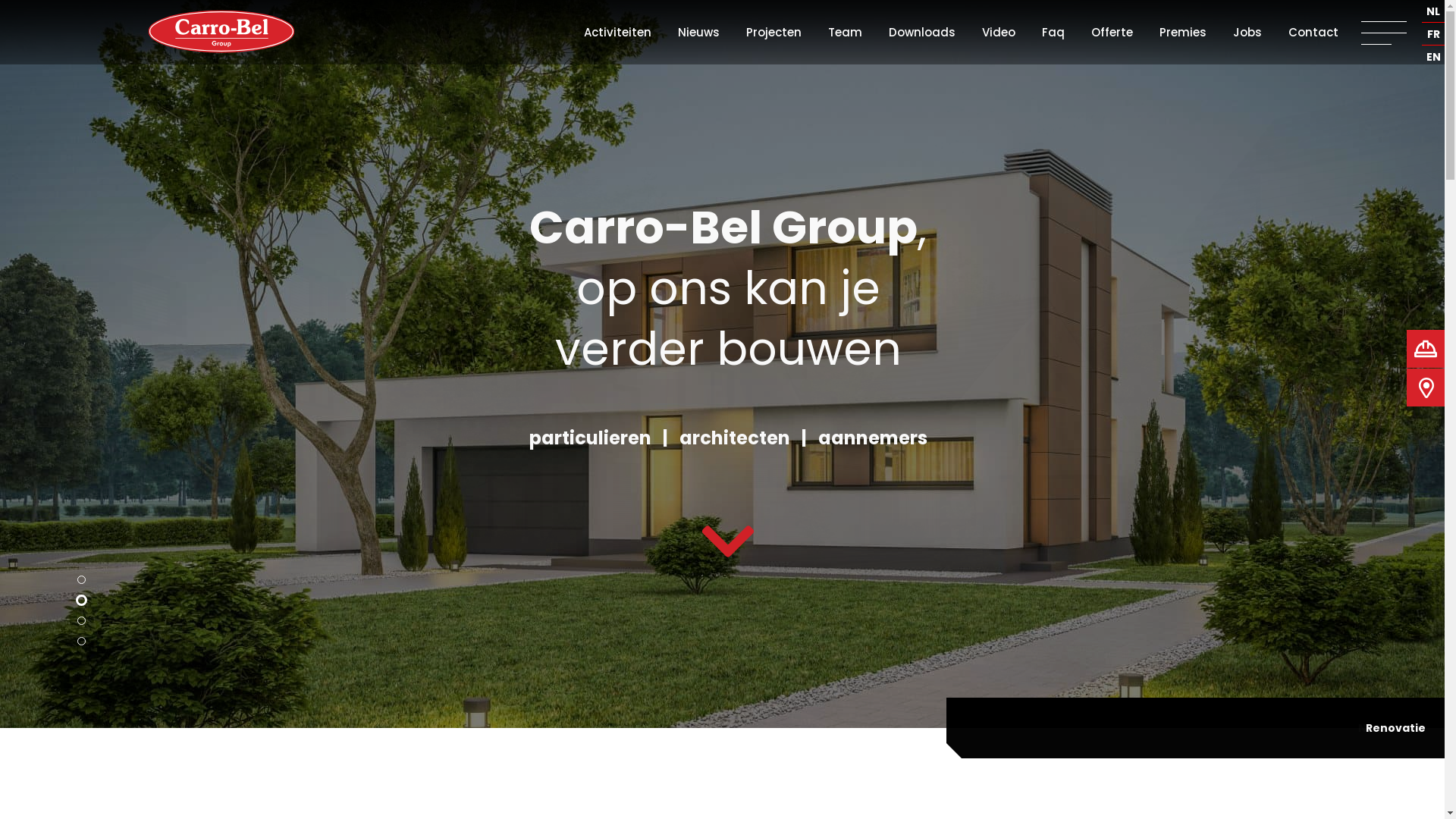 Image resolution: width=1456 pixels, height=819 pixels. I want to click on 'FR', so click(1432, 34).